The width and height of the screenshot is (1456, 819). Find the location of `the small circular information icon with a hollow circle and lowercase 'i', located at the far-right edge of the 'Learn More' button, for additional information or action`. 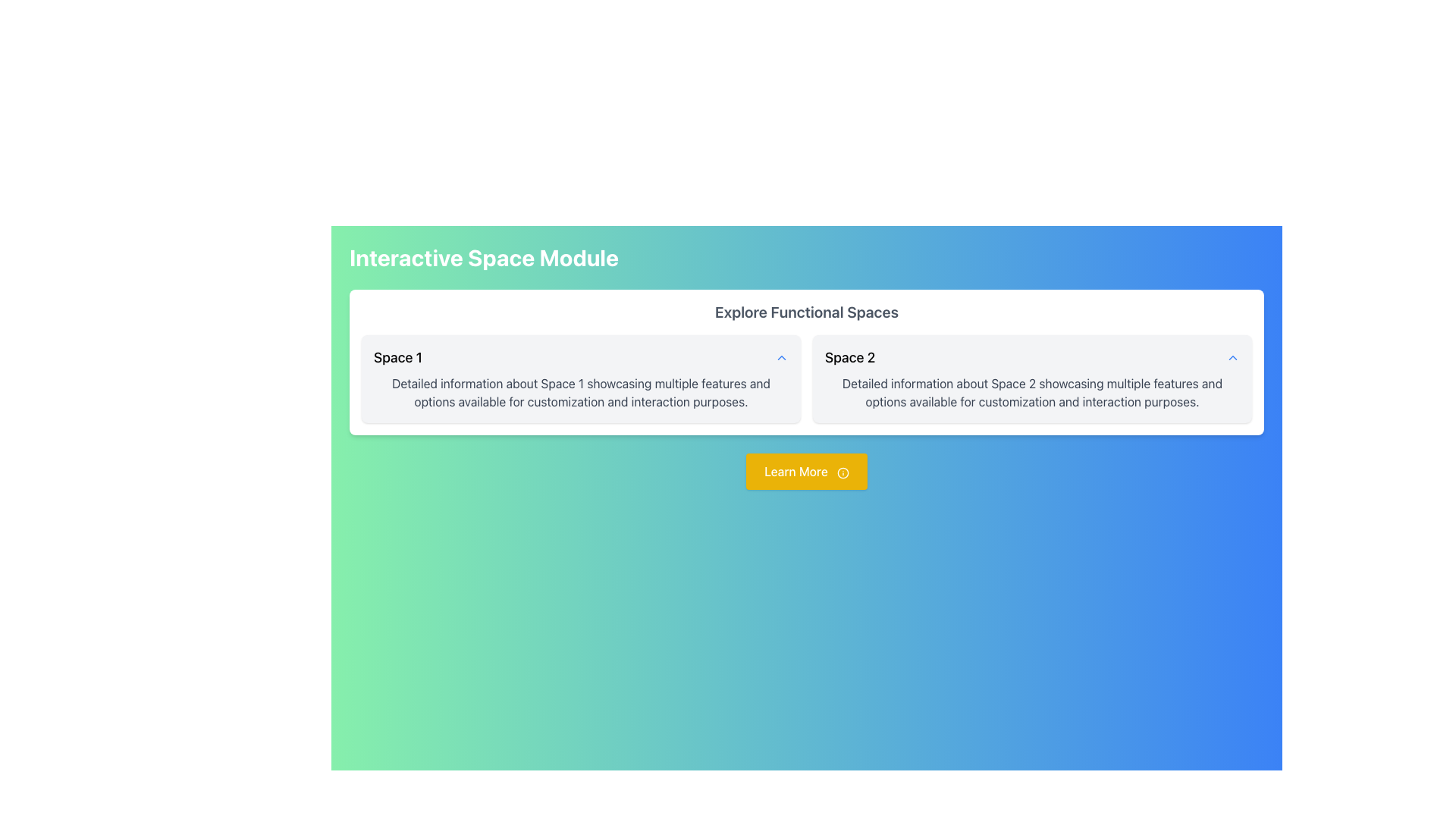

the small circular information icon with a hollow circle and lowercase 'i', located at the far-right edge of the 'Learn More' button, for additional information or action is located at coordinates (842, 472).